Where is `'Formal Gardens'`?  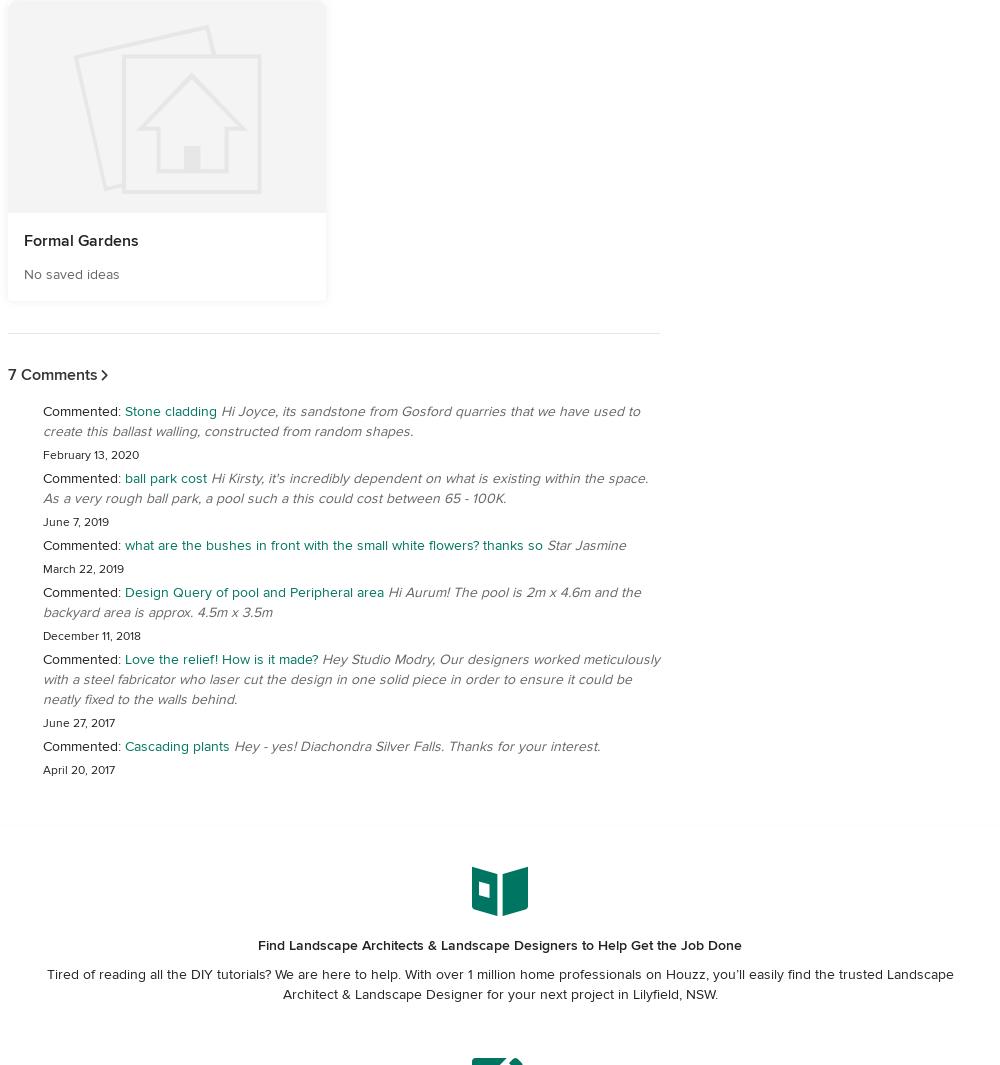 'Formal Gardens' is located at coordinates (80, 240).